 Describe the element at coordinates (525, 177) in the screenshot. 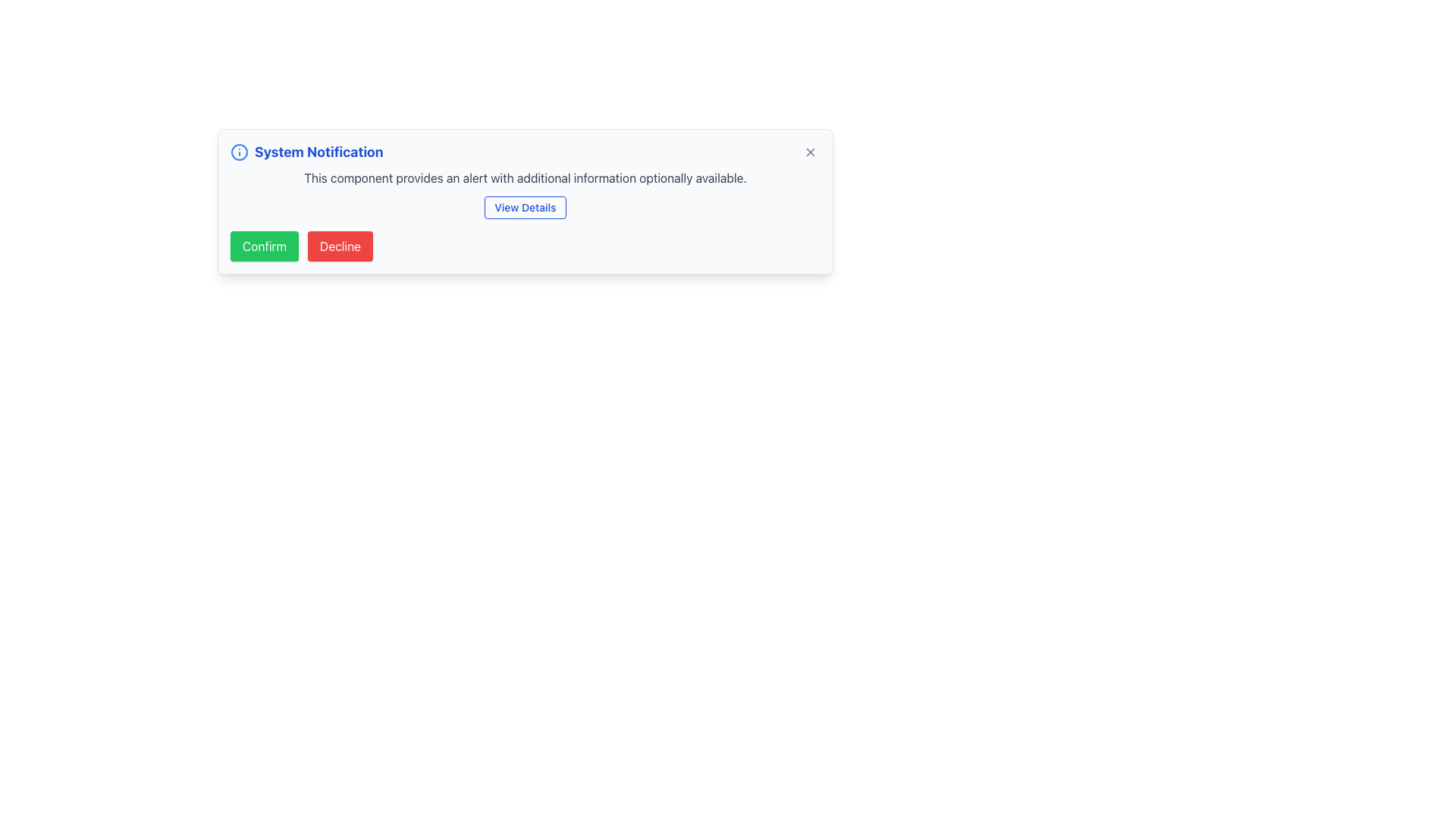

I see `the text component displaying the message 'This component provides an alert with additional information optionally available.' located below the title 'System Notification' and above the 'View Details' button` at that location.